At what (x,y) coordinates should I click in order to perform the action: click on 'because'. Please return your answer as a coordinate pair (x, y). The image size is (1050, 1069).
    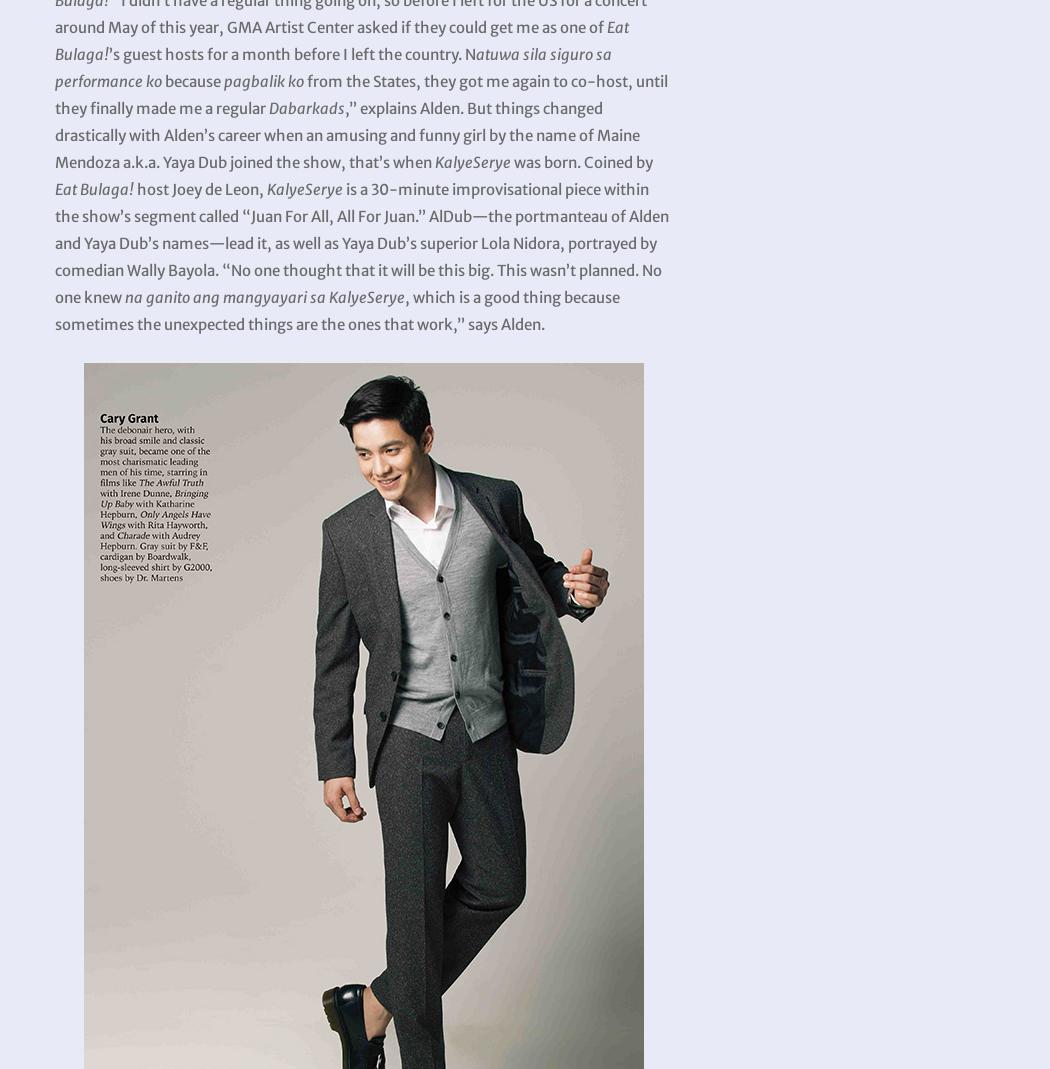
    Looking at the image, I should click on (191, 80).